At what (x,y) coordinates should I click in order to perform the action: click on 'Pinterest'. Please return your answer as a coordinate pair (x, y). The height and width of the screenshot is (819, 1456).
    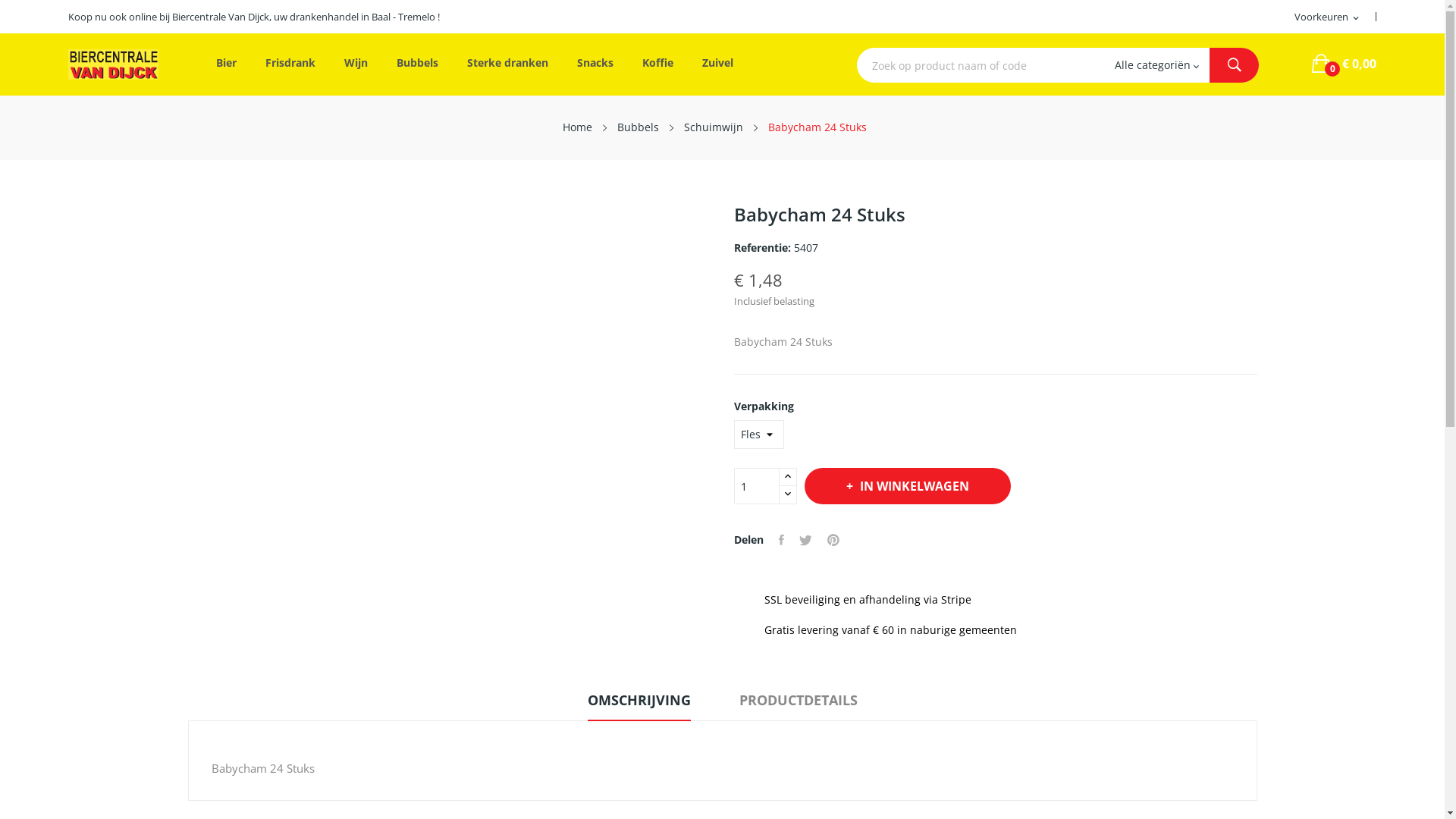
    Looking at the image, I should click on (832, 539).